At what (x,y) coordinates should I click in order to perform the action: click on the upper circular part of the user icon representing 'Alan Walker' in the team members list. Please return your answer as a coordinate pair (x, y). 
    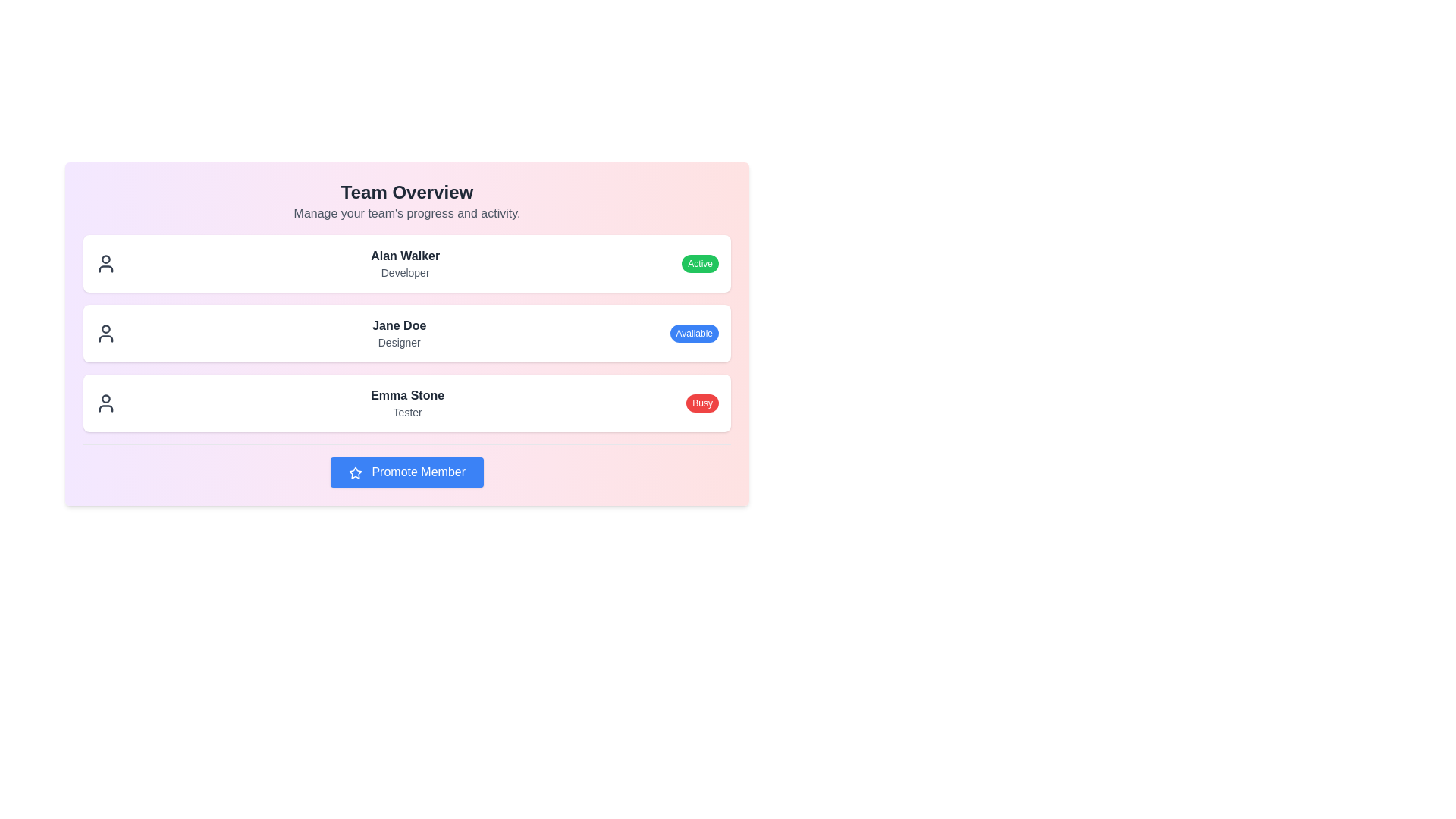
    Looking at the image, I should click on (105, 259).